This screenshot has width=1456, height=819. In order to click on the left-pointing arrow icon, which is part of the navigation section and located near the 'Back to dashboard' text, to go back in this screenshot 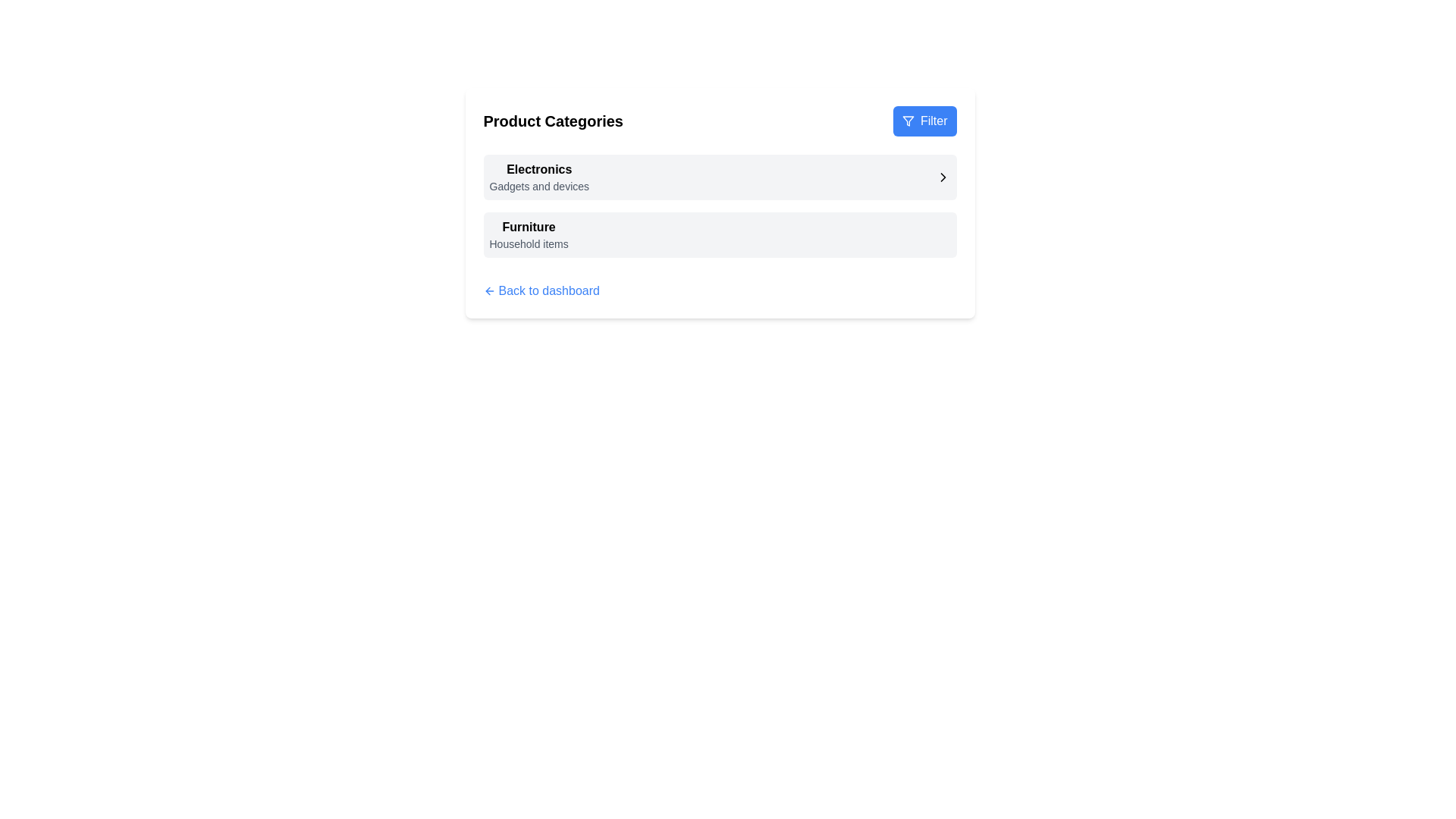, I will do `click(488, 291)`.